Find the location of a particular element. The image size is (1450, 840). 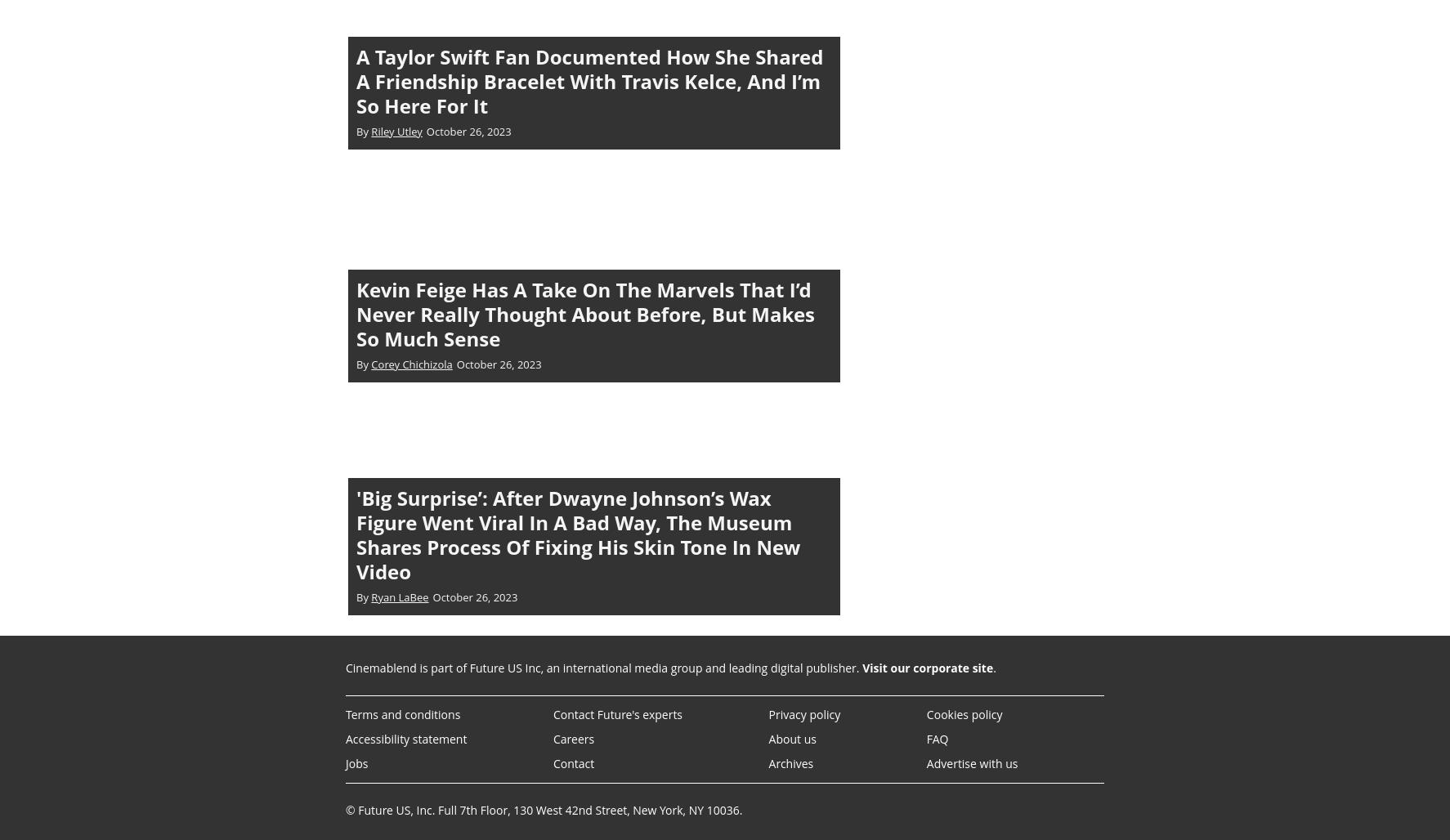

'Kevin Feige Has A Take On The Marvels That I’d Never Really Thought About Before, But Makes So Much Sense' is located at coordinates (584, 312).